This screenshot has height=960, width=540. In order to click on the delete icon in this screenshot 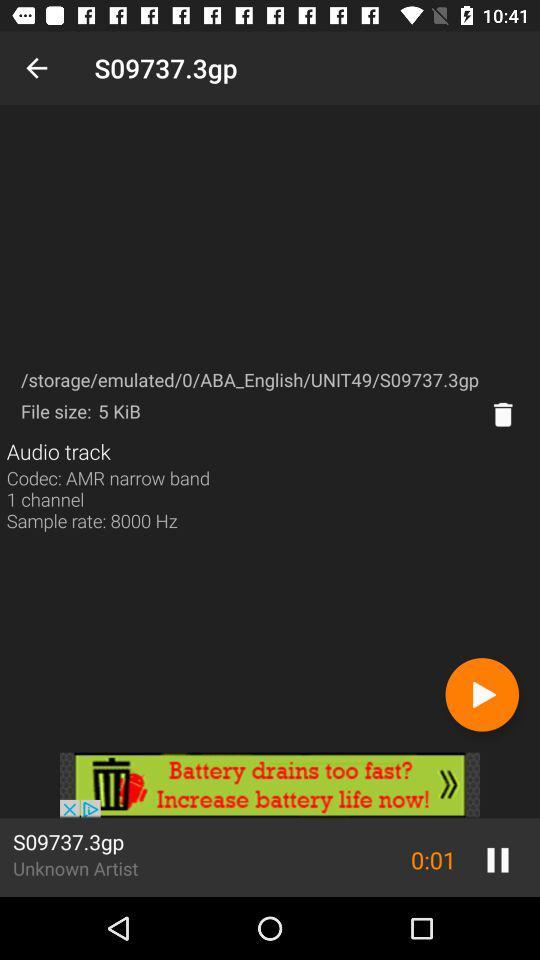, I will do `click(502, 413)`.